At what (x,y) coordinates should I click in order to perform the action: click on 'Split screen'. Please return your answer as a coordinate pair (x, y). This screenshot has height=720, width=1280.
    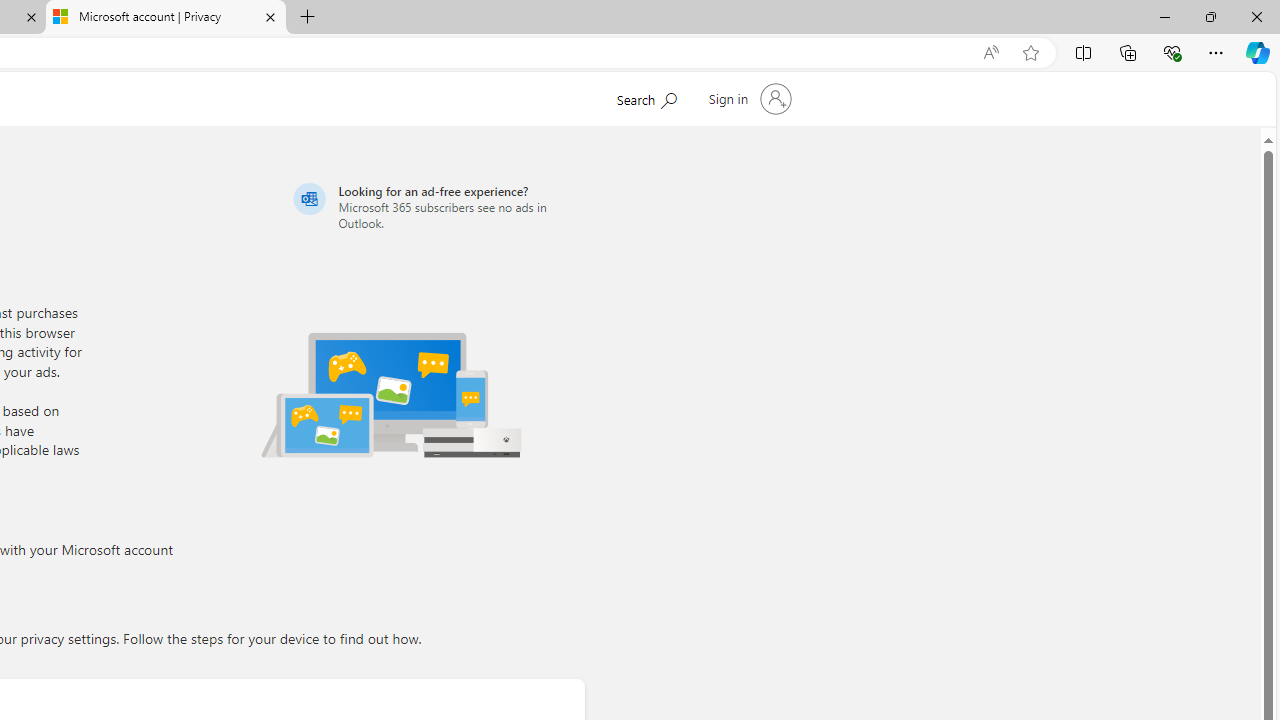
    Looking at the image, I should click on (1082, 51).